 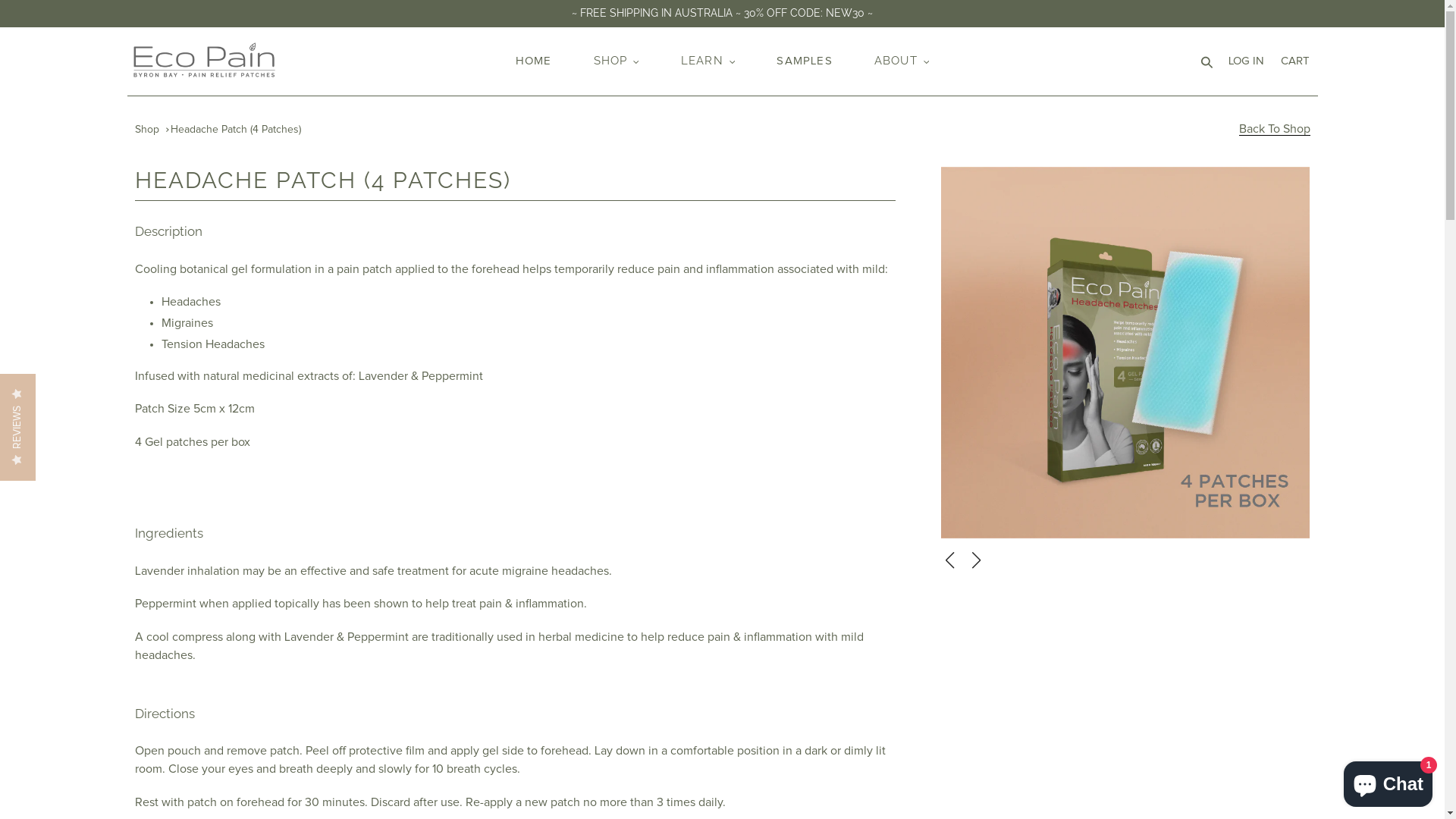 I want to click on 'HOME', so click(x=534, y=61).